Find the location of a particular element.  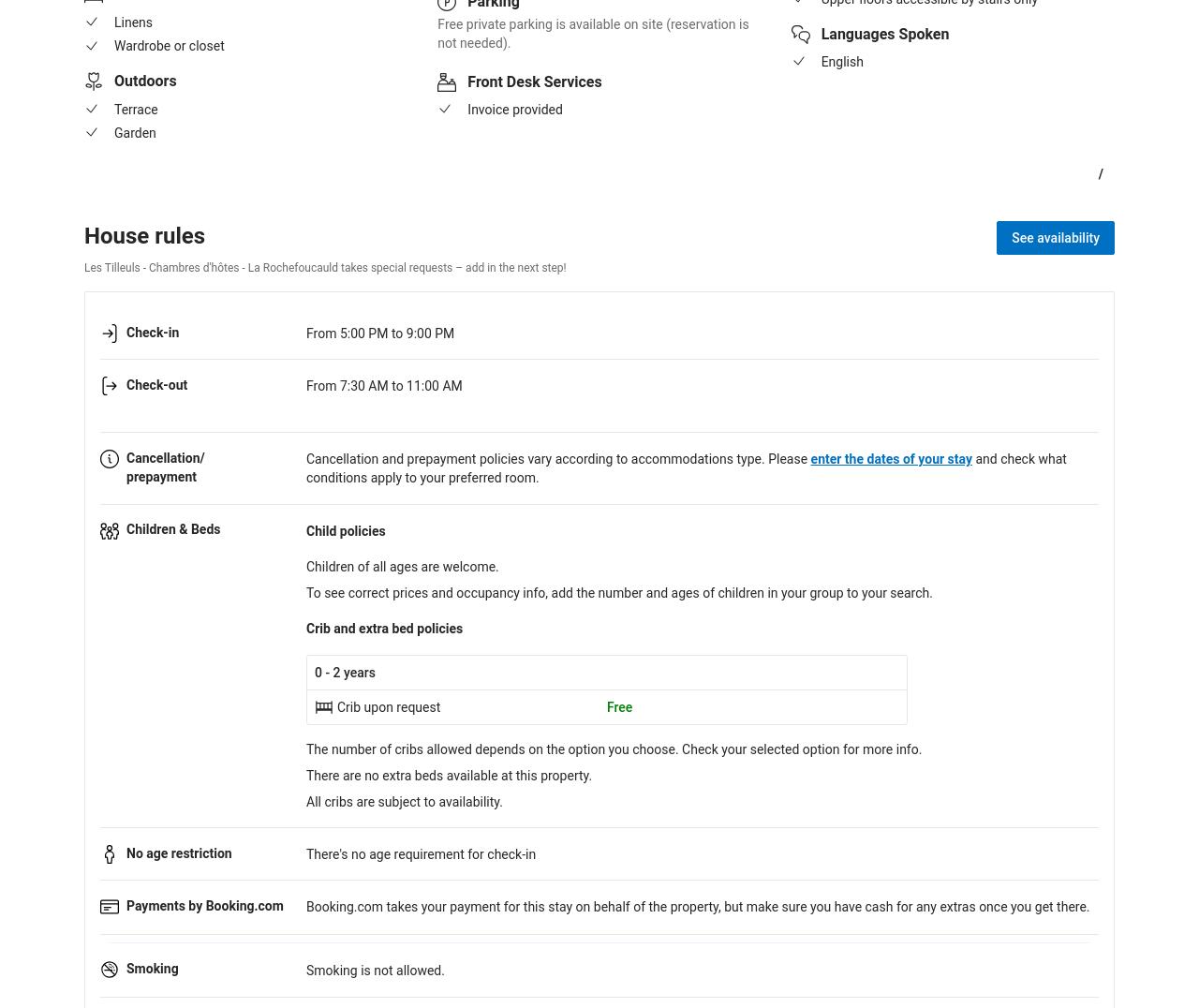

'No age restriction' is located at coordinates (178, 851).